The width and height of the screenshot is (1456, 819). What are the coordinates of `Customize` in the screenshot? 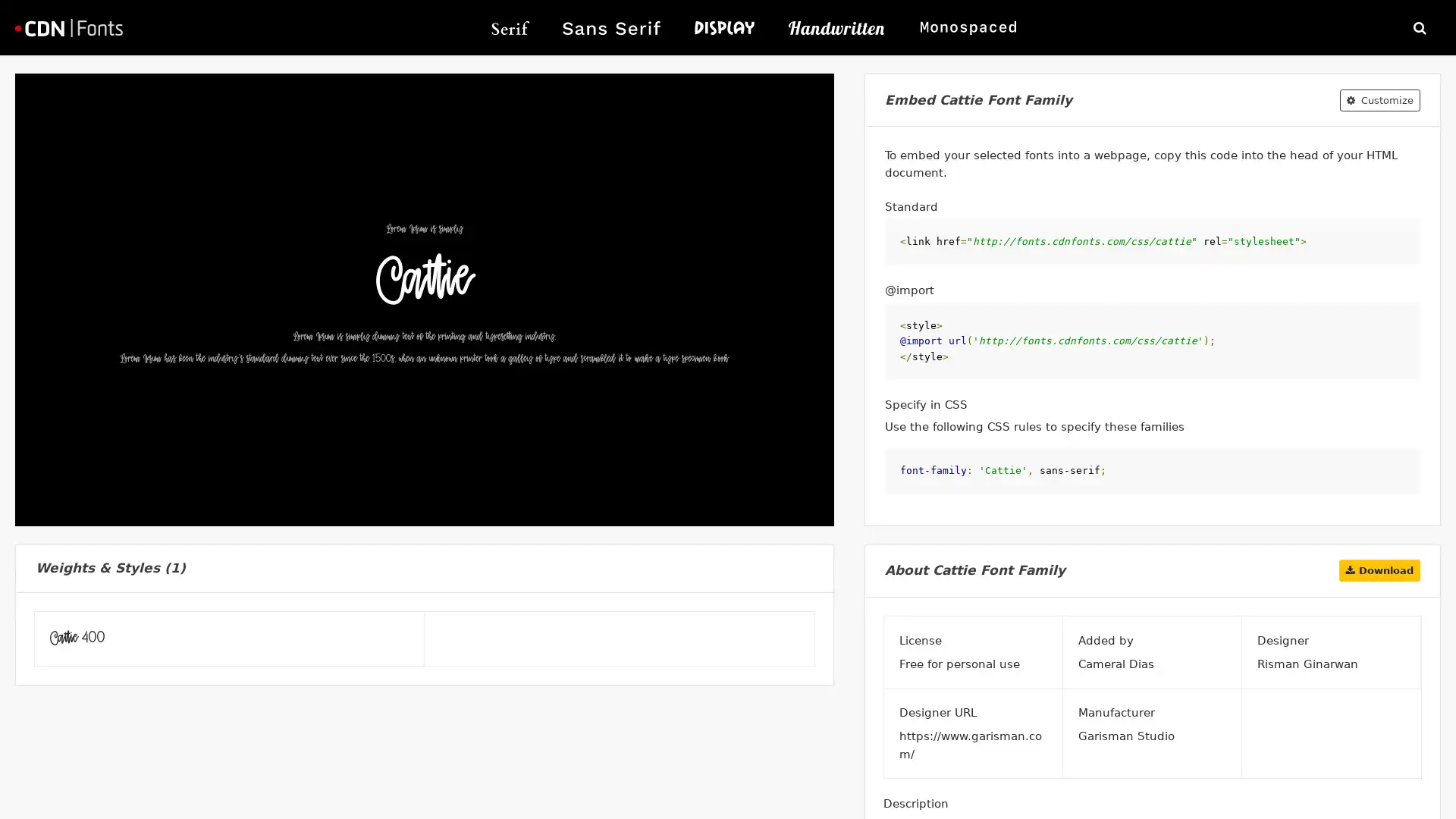 It's located at (1379, 99).